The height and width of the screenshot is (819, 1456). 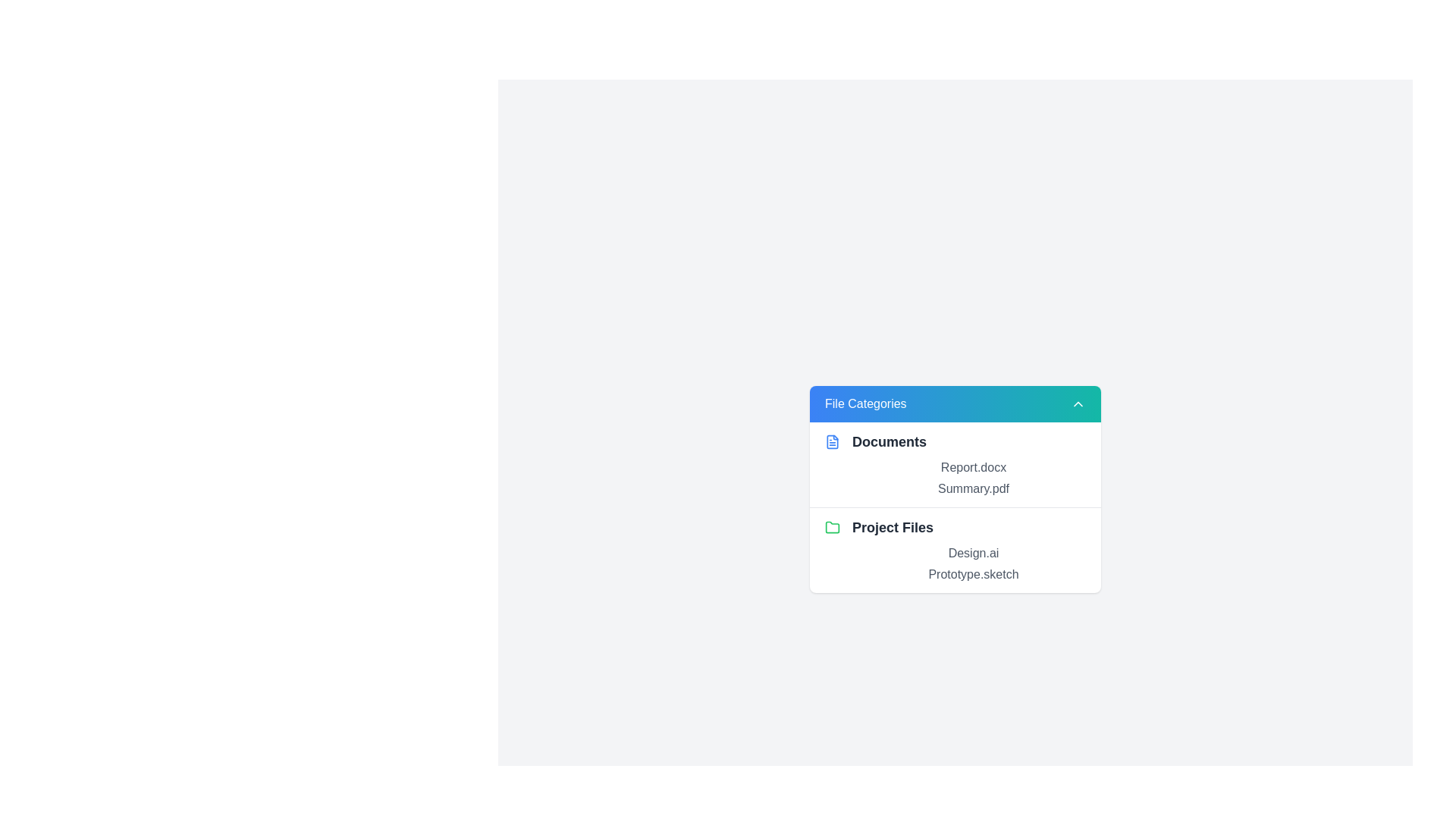 I want to click on green-outlined folder icon in the 'Project Files' section using developer tools, so click(x=832, y=526).